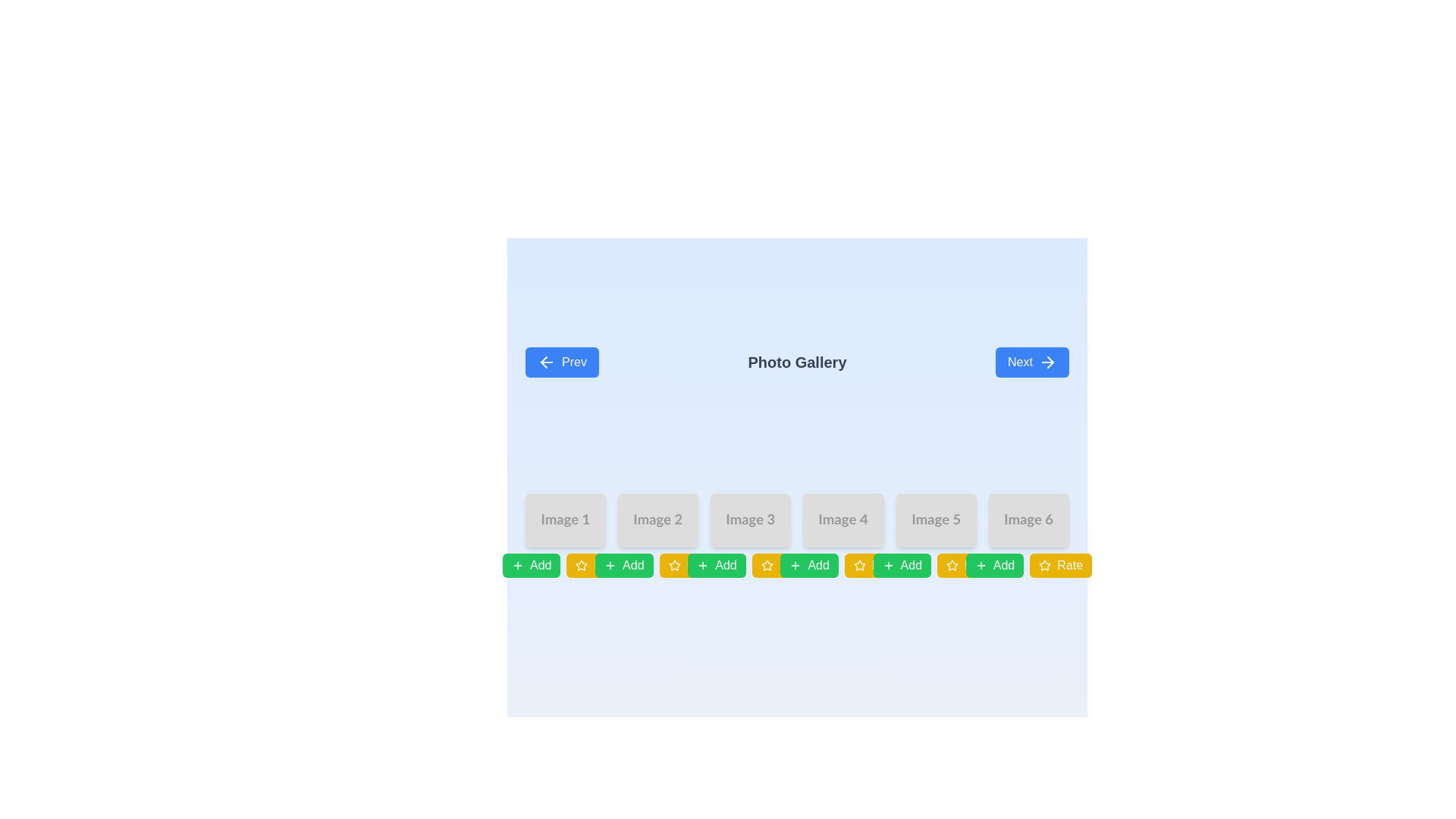 The height and width of the screenshot is (819, 1456). I want to click on the yellow 'Rate' button with rounded corners, which features a white star icon to the left of the text, so click(1060, 565).